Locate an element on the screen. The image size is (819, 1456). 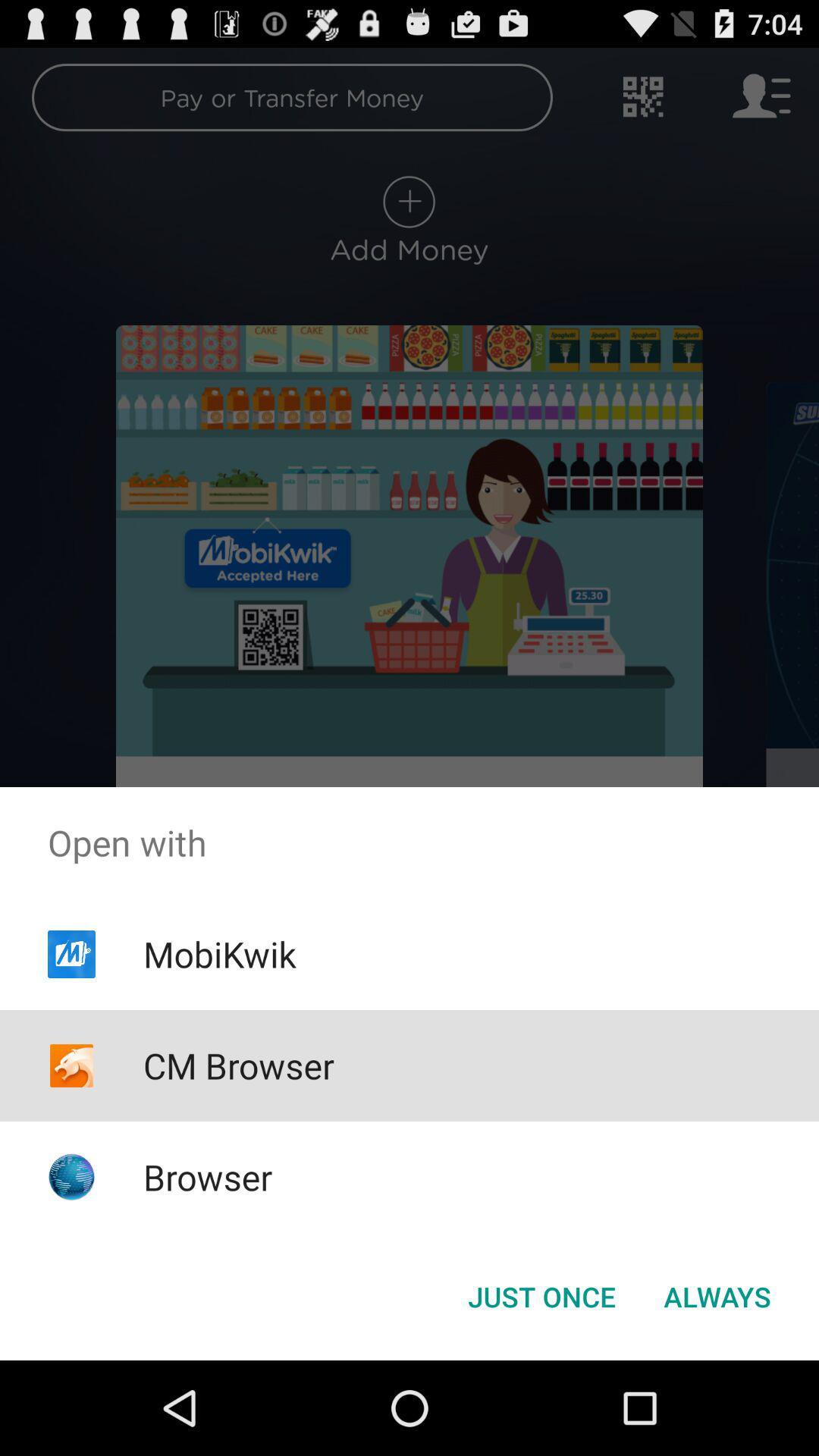
the settings icon is located at coordinates (673, 109).